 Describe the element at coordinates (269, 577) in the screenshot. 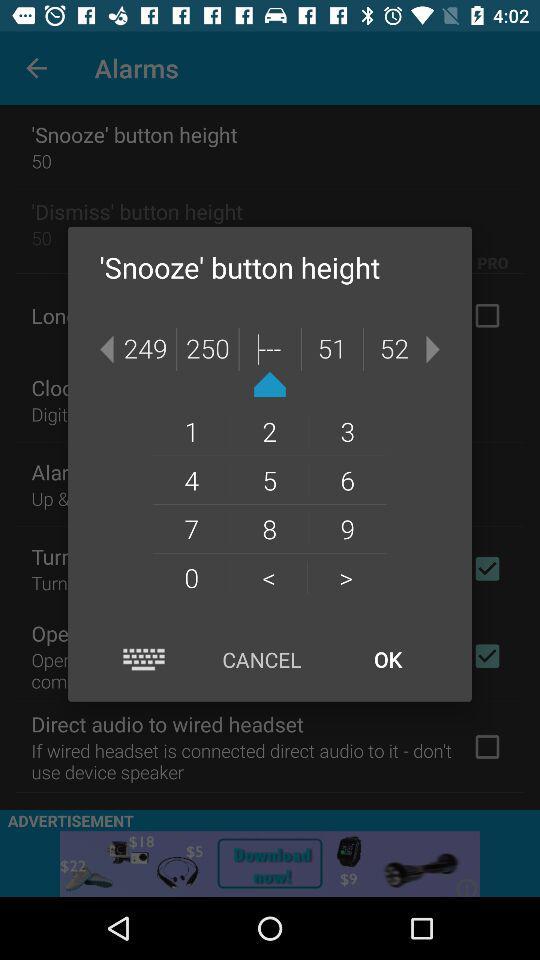

I see `the item above cancel item` at that location.